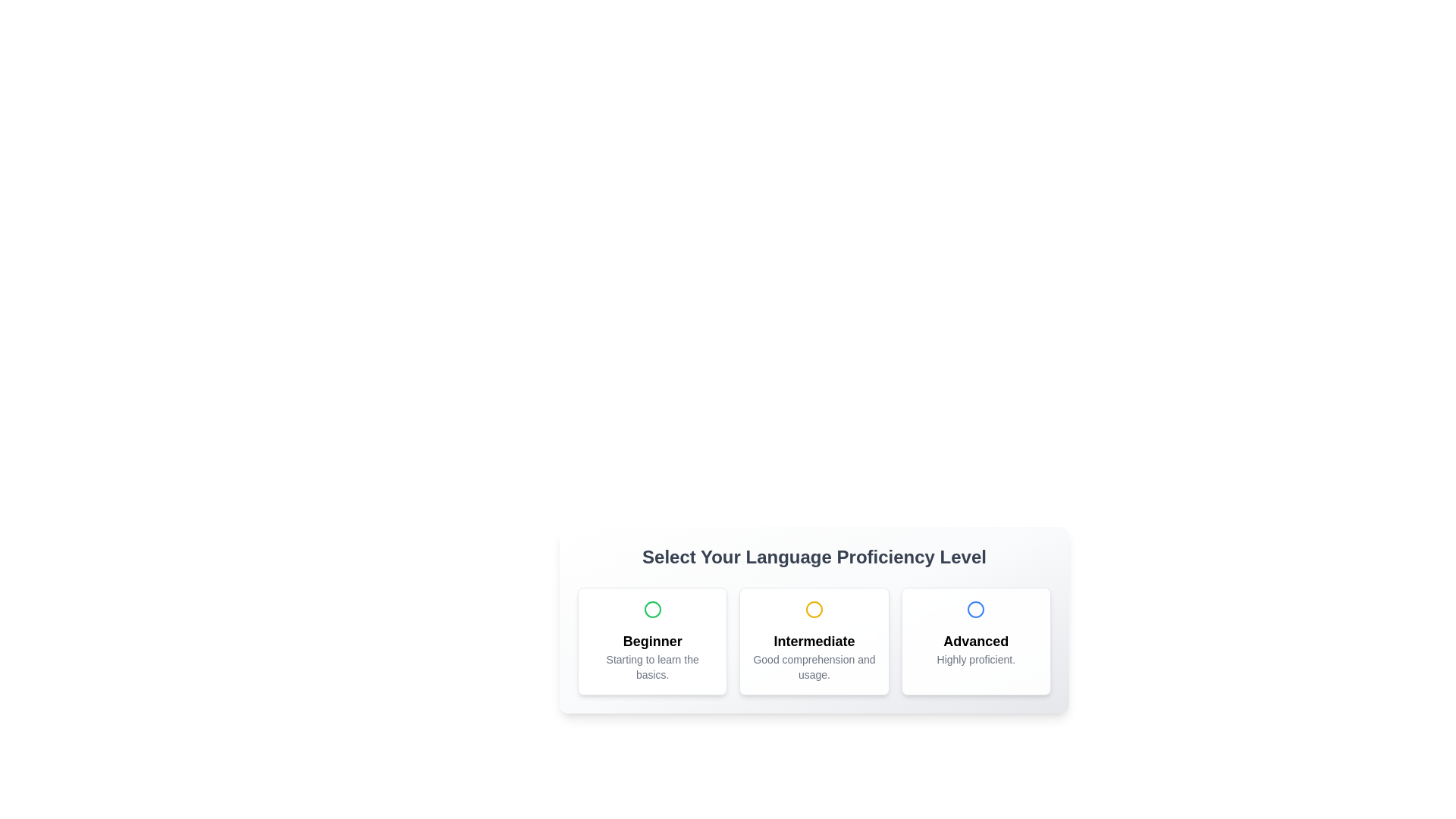 This screenshot has width=1456, height=819. What do you see at coordinates (975, 641) in the screenshot?
I see `the 'Advanced' language proficiency level button, which is the third button in a series of three cards positioned below the header 'Select Your Language Proficiency Level'` at bounding box center [975, 641].